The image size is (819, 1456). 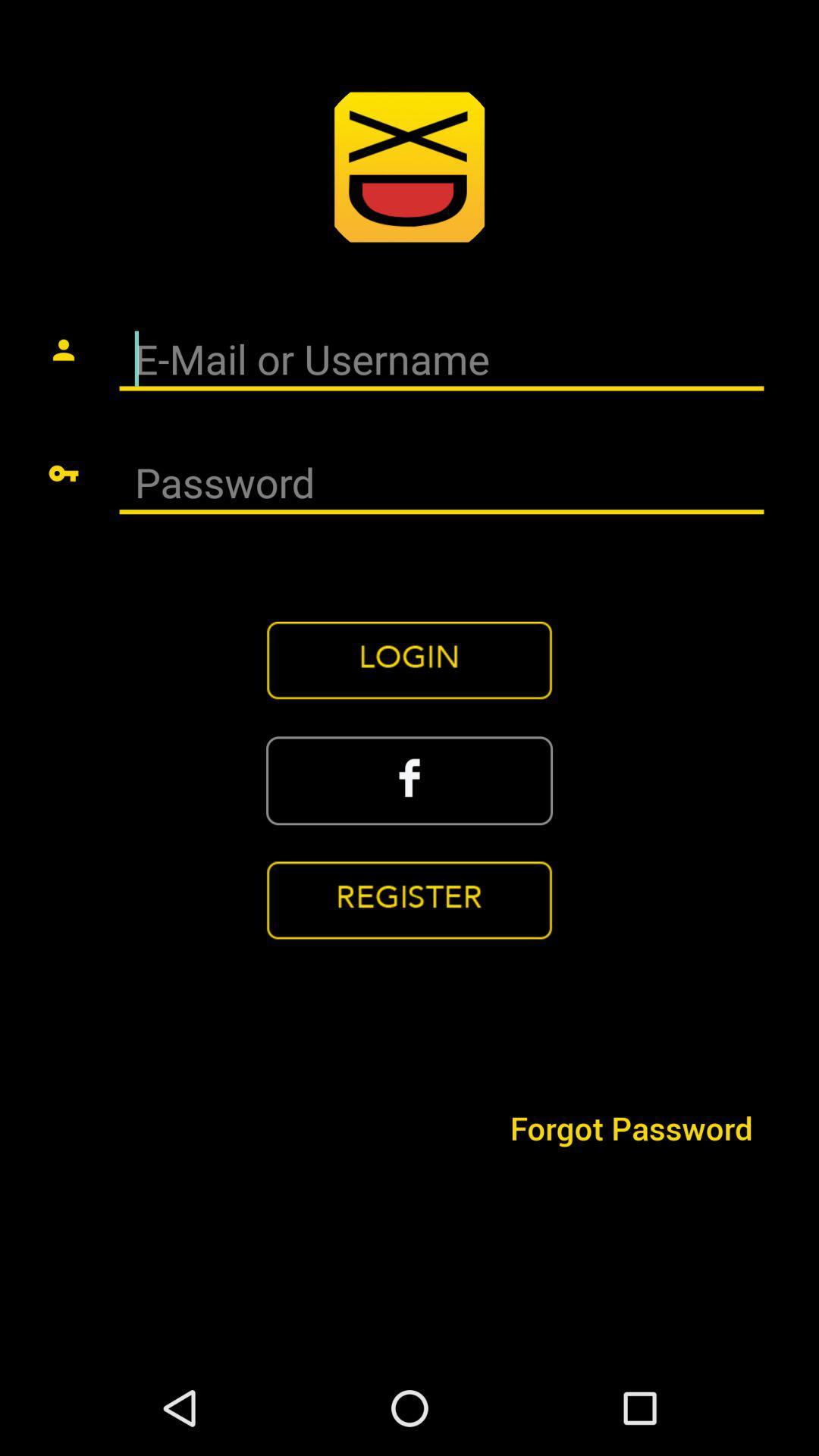 What do you see at coordinates (409, 780) in the screenshot?
I see `item above the forgot password icon` at bounding box center [409, 780].